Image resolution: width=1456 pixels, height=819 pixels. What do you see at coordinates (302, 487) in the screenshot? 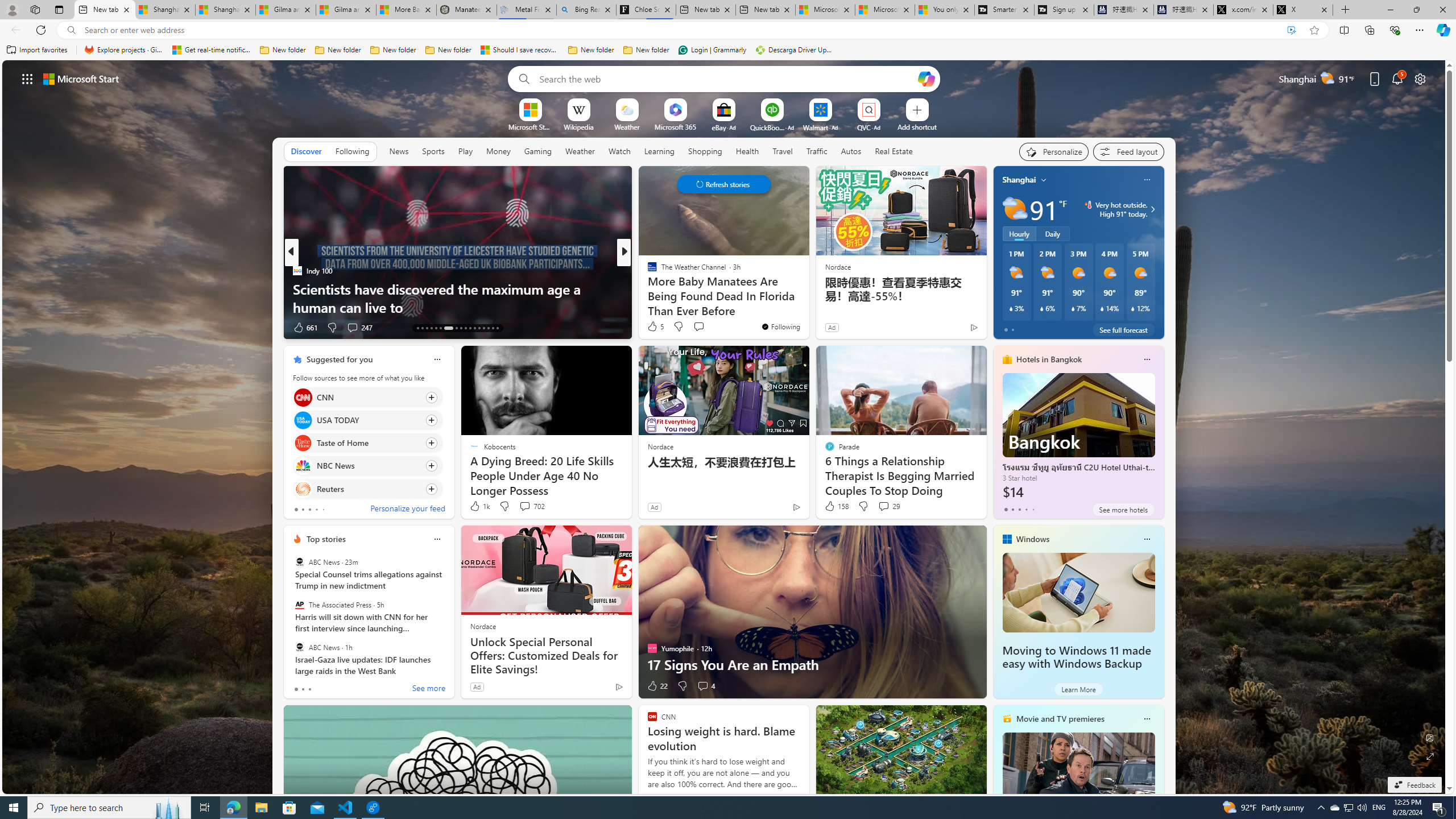
I see `'Reuters'` at bounding box center [302, 487].